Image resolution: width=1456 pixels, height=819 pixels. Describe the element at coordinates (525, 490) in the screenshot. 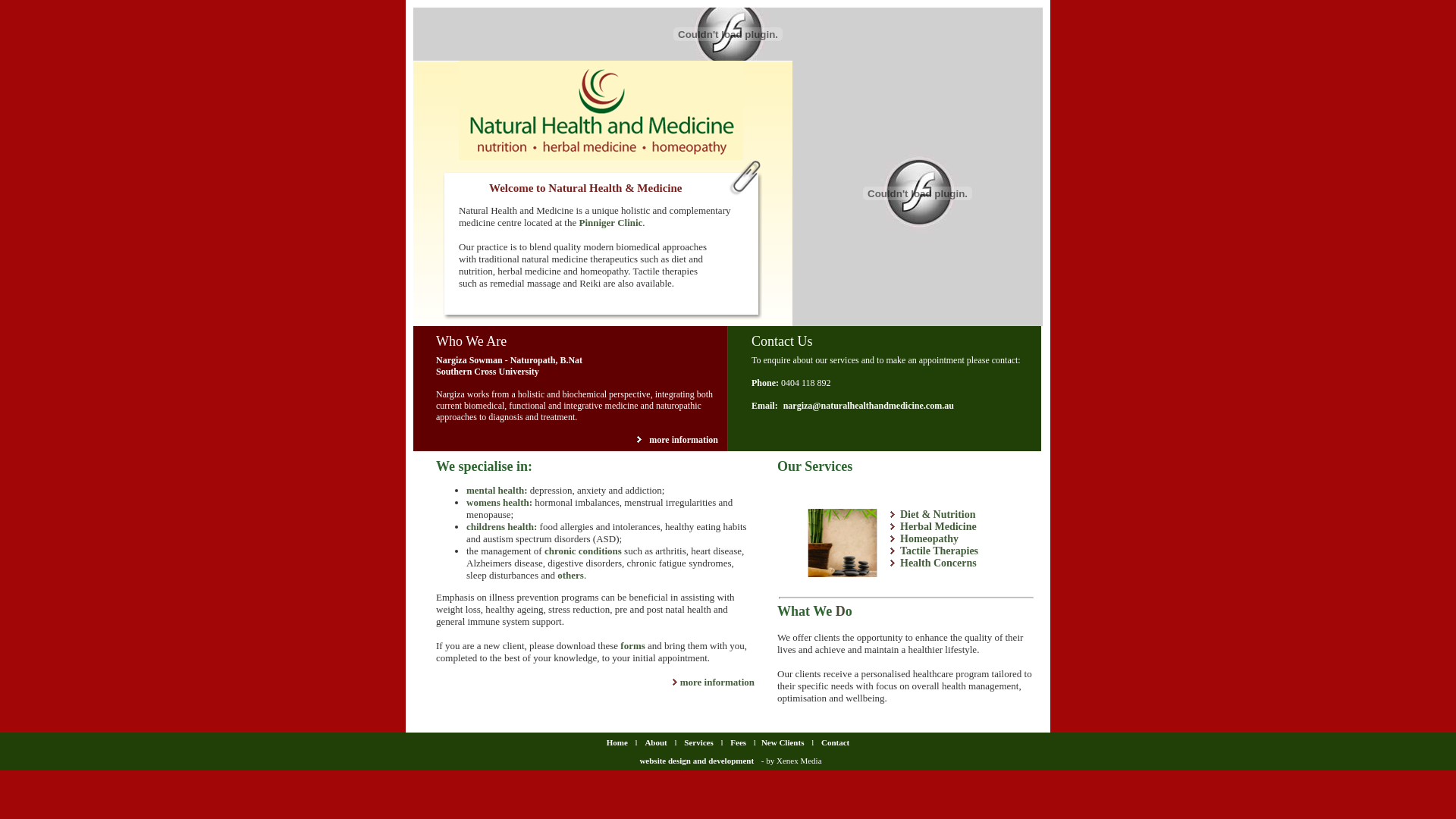

I see `':'` at that location.